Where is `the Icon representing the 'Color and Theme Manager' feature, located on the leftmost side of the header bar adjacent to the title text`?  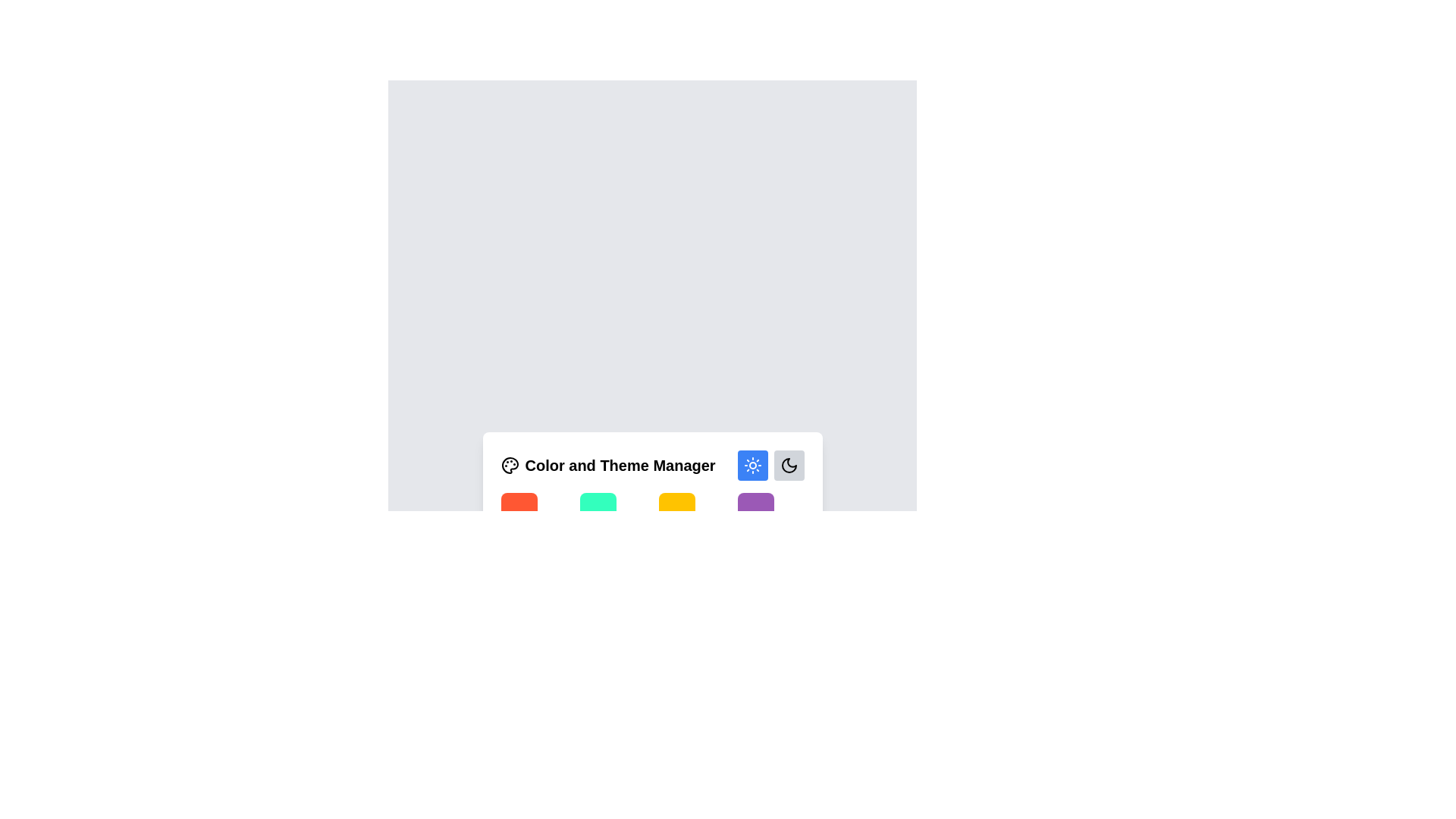 the Icon representing the 'Color and Theme Manager' feature, located on the leftmost side of the header bar adjacent to the title text is located at coordinates (510, 464).